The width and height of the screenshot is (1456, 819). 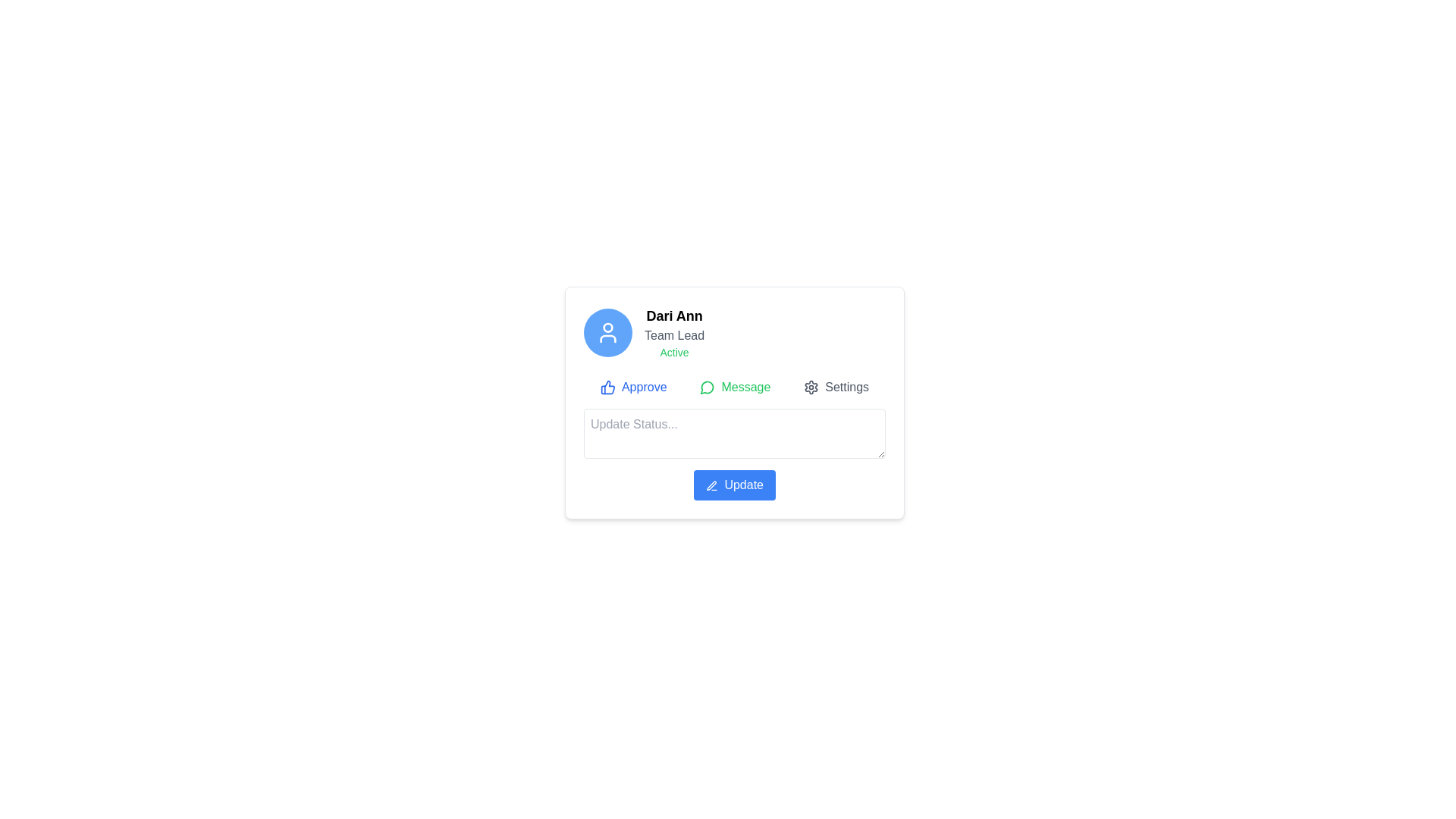 What do you see at coordinates (811, 386) in the screenshot?
I see `the gear icon located` at bounding box center [811, 386].